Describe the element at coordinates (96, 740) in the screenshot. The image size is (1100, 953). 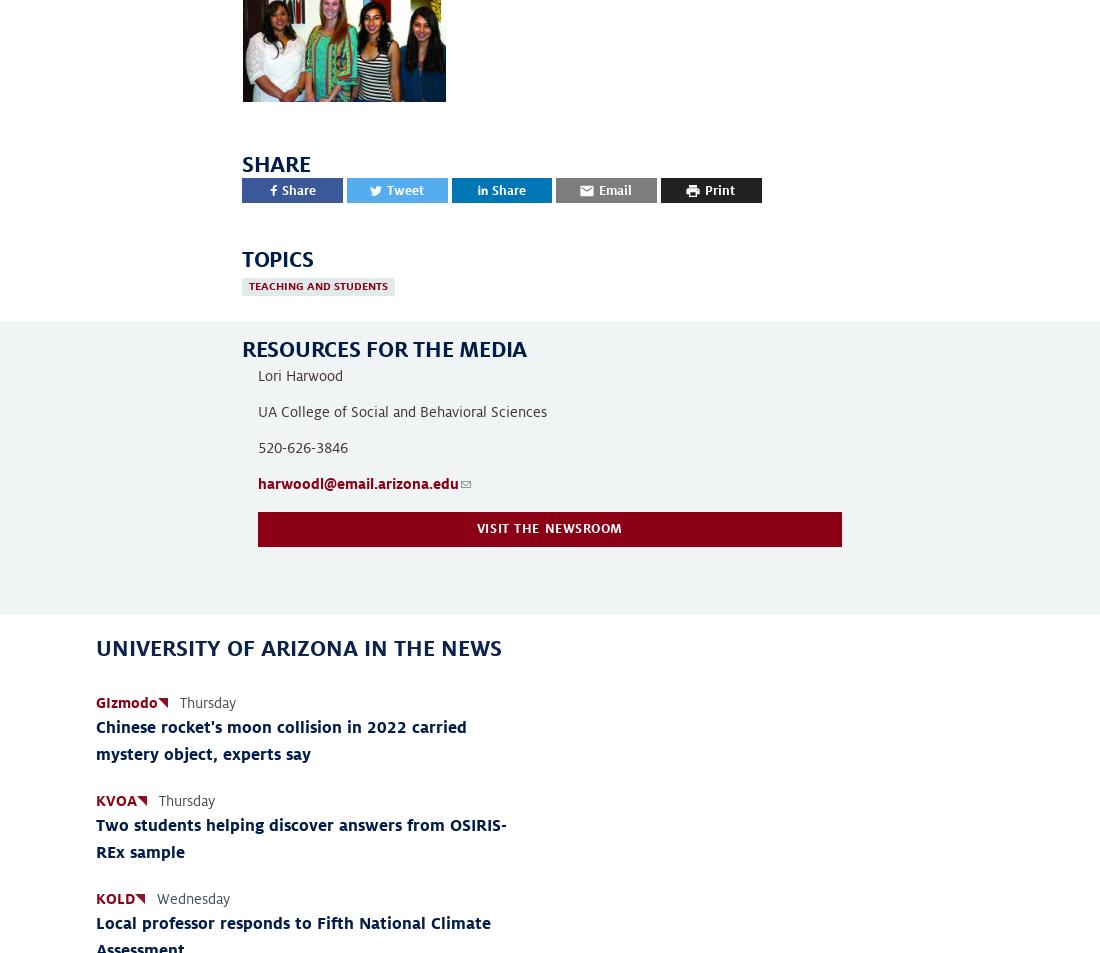
I see `'Chinese rocket's moon collision in 2022 carried mystery object, experts say'` at that location.